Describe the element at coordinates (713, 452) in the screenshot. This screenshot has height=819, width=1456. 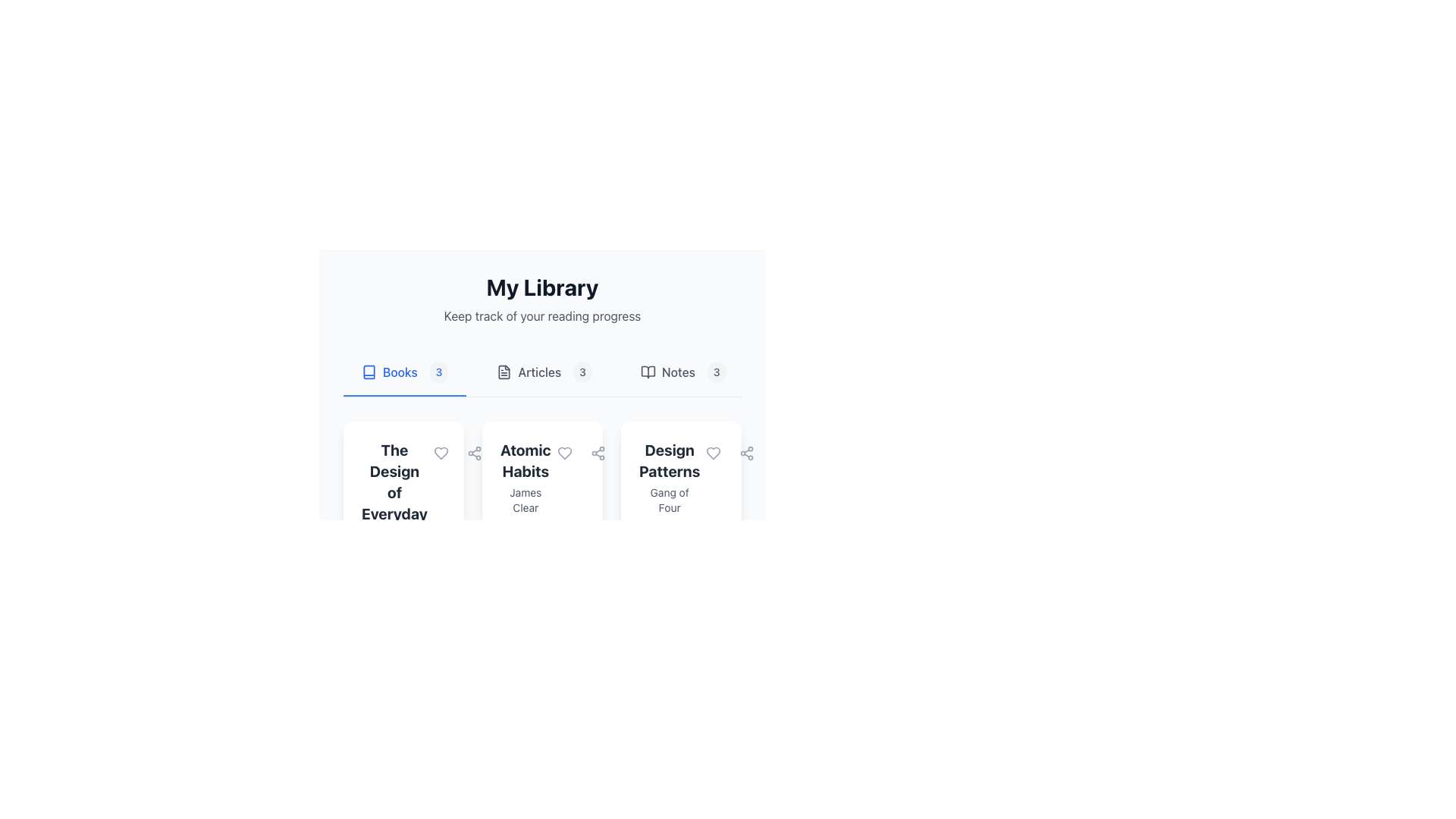
I see `the 'like' or 'favorite' toggle button for the 'Design Patterns' book located in the upper right corner of its card` at that location.